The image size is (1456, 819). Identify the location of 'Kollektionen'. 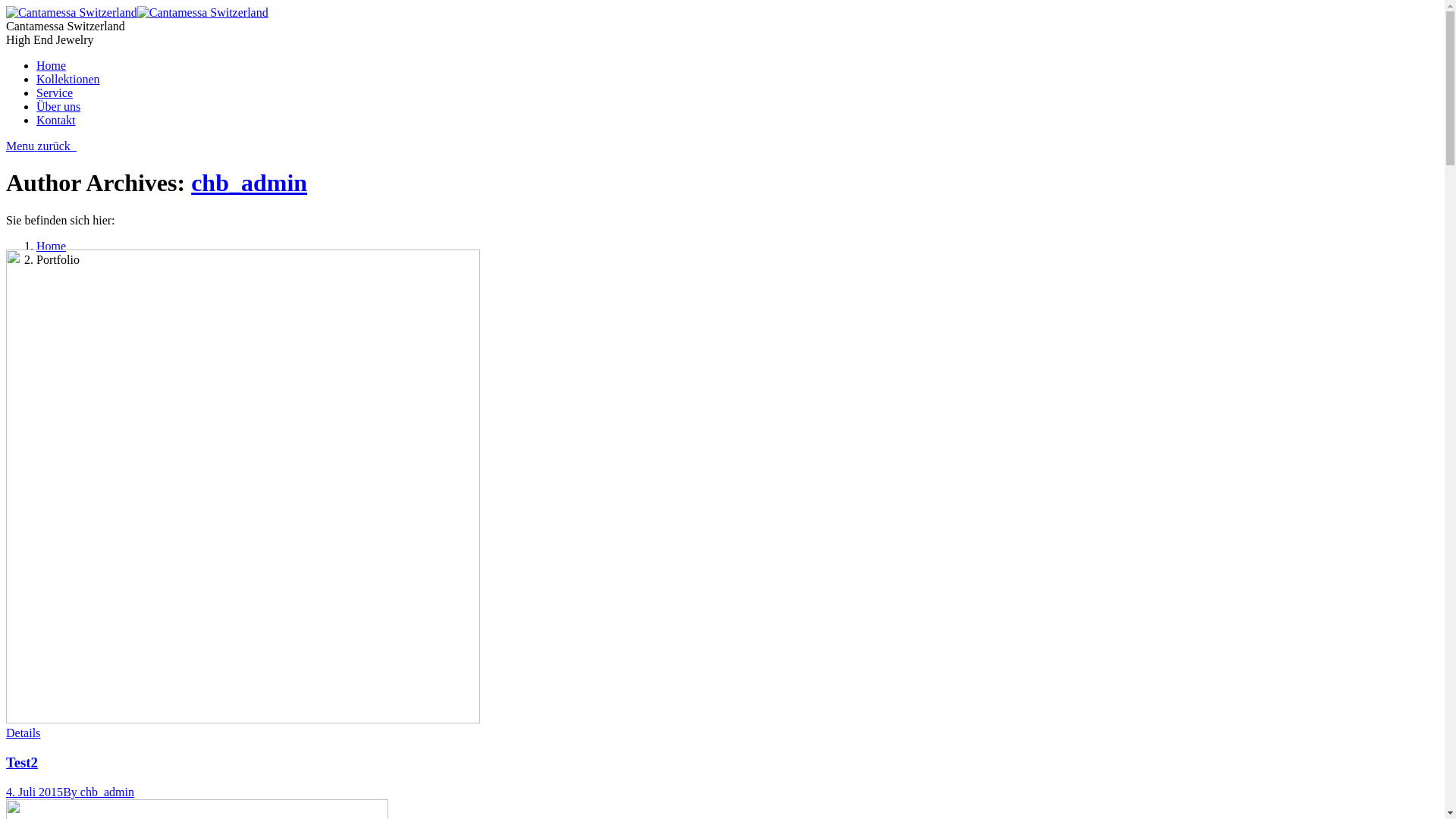
(67, 79).